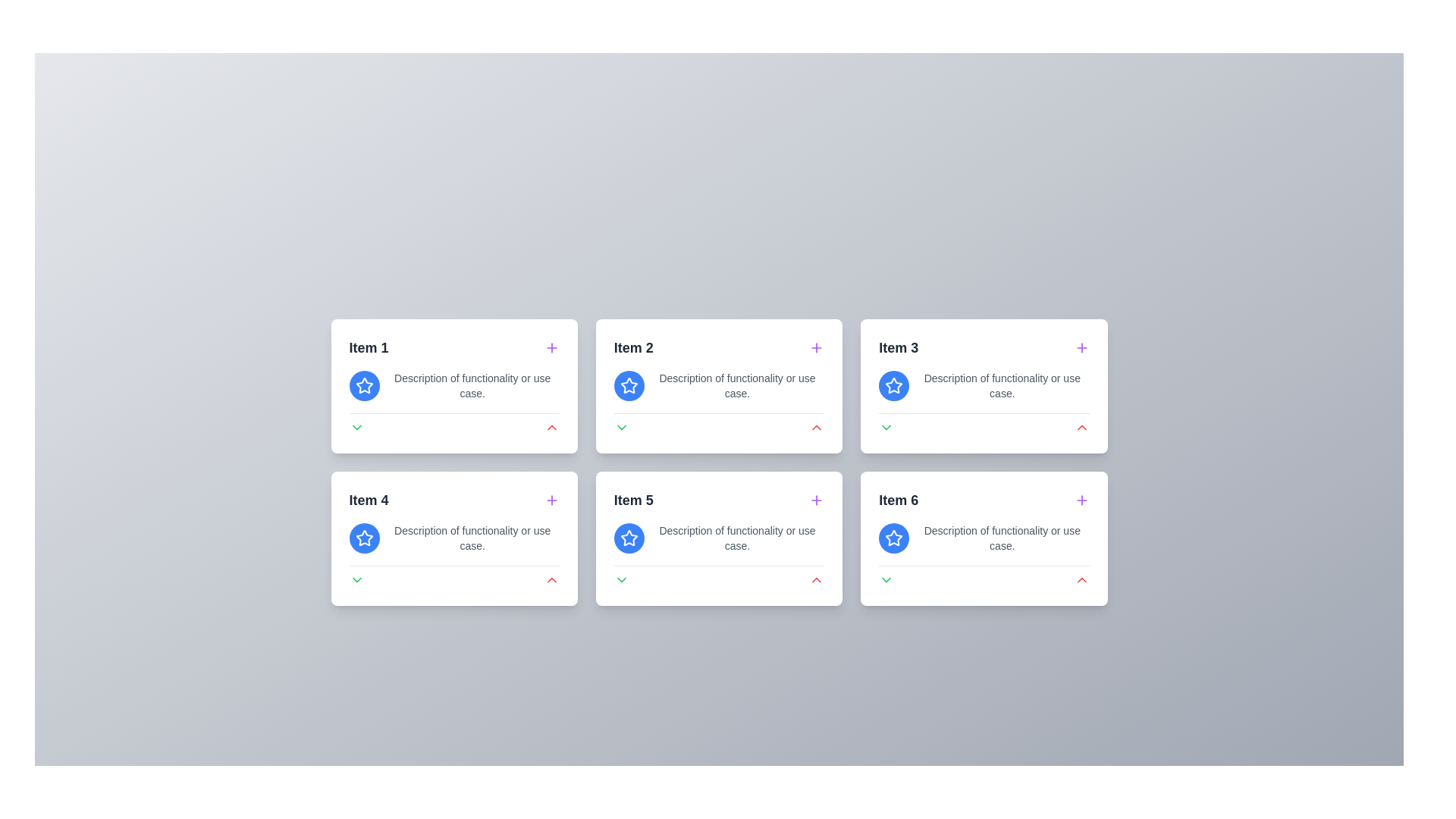  I want to click on the collapse button on the second card in the second row of the grid layout, so click(453, 538).